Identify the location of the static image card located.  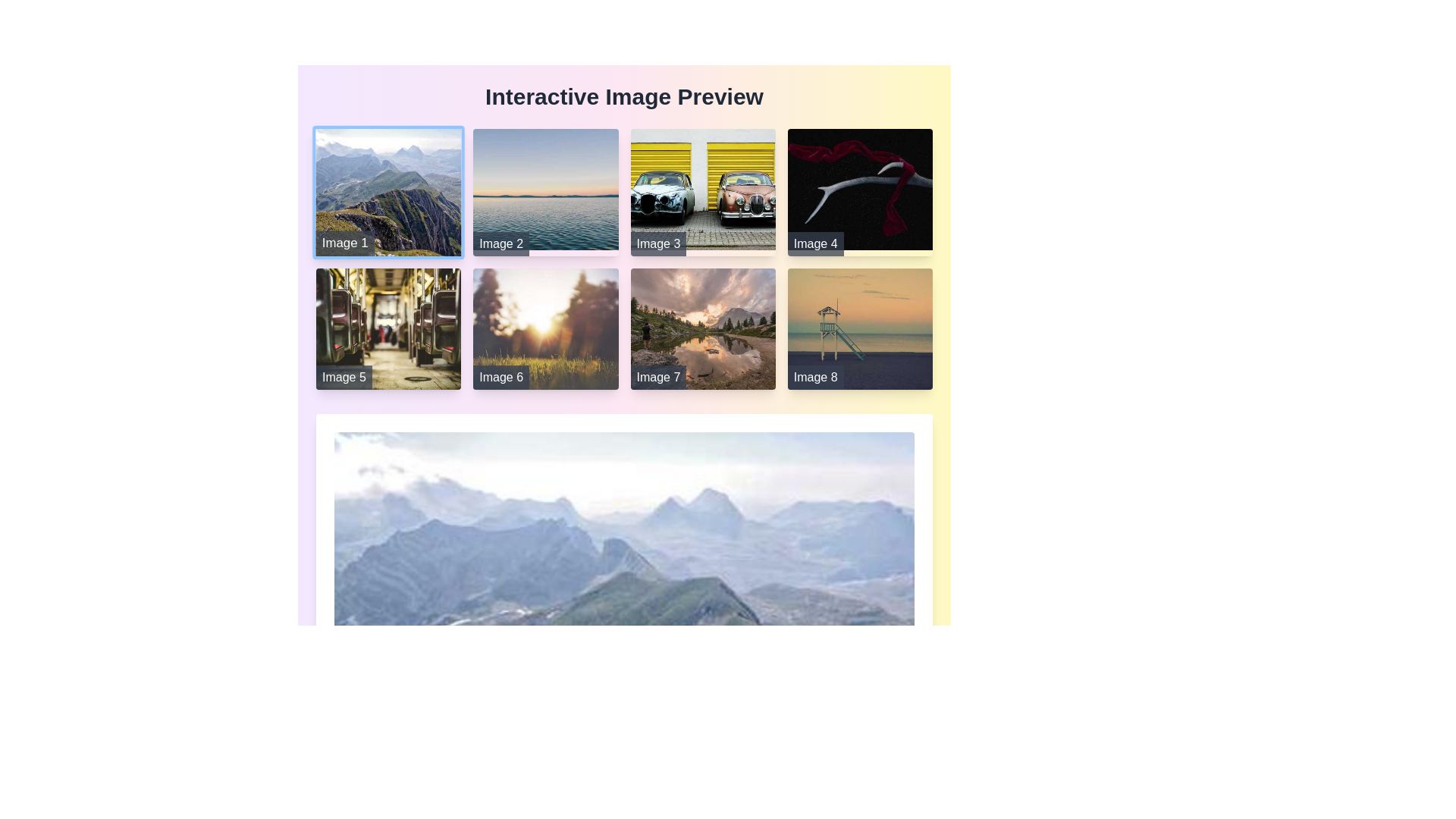
(388, 328).